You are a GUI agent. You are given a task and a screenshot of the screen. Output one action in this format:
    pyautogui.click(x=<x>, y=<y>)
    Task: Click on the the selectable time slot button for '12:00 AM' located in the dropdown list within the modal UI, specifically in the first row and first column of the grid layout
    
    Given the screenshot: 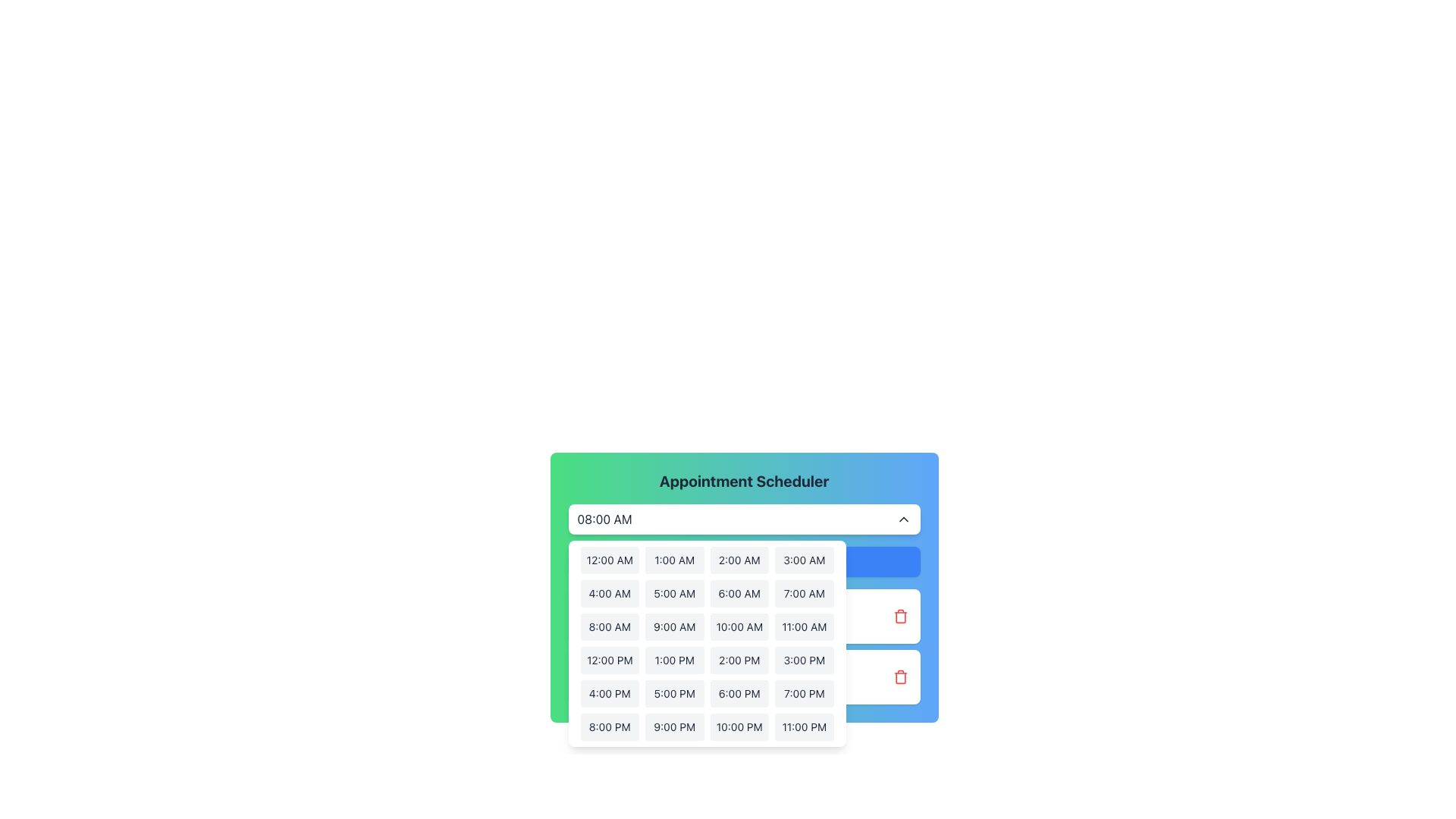 What is the action you would take?
    pyautogui.click(x=610, y=560)
    